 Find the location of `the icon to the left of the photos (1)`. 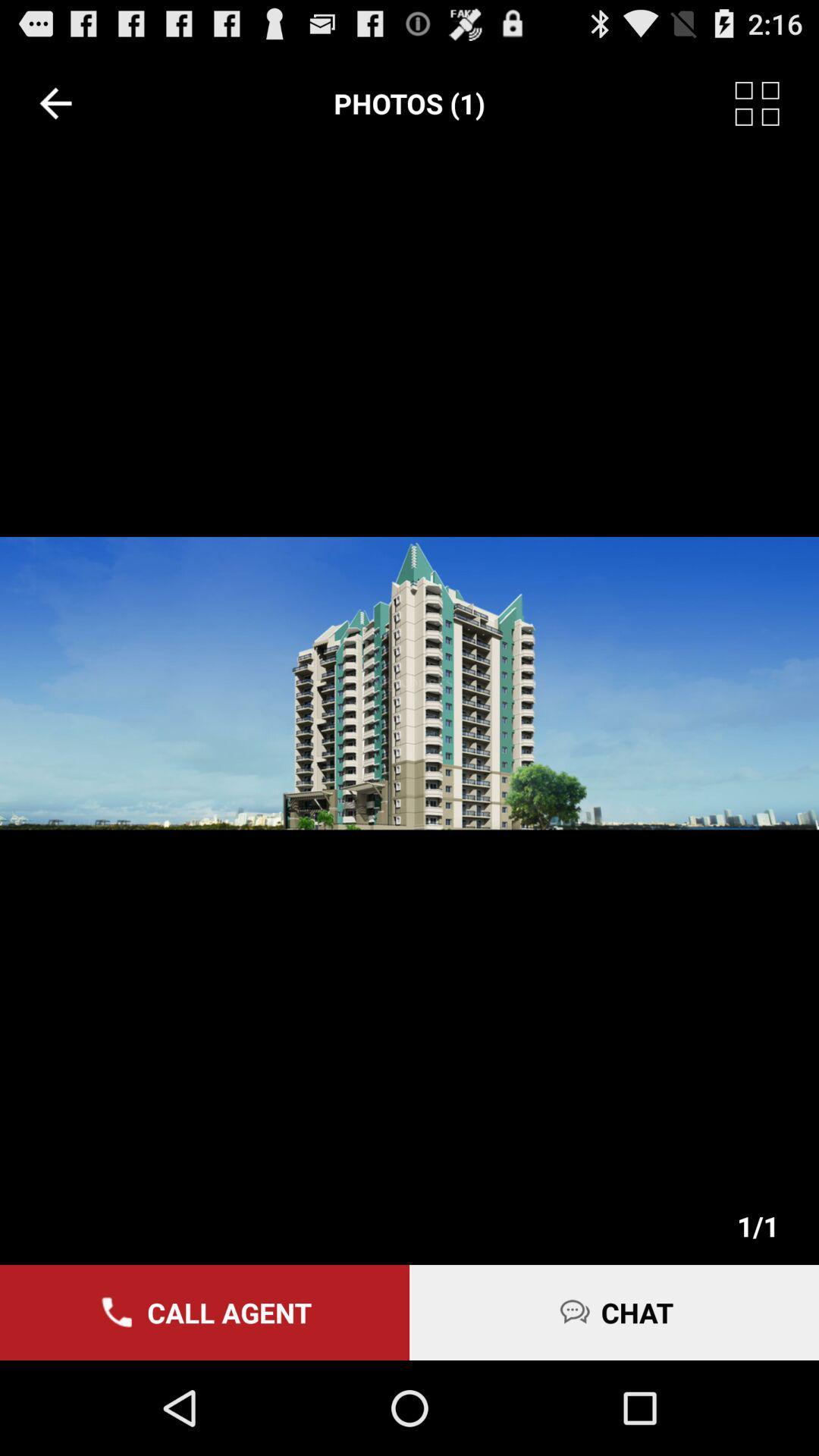

the icon to the left of the photos (1) is located at coordinates (55, 102).